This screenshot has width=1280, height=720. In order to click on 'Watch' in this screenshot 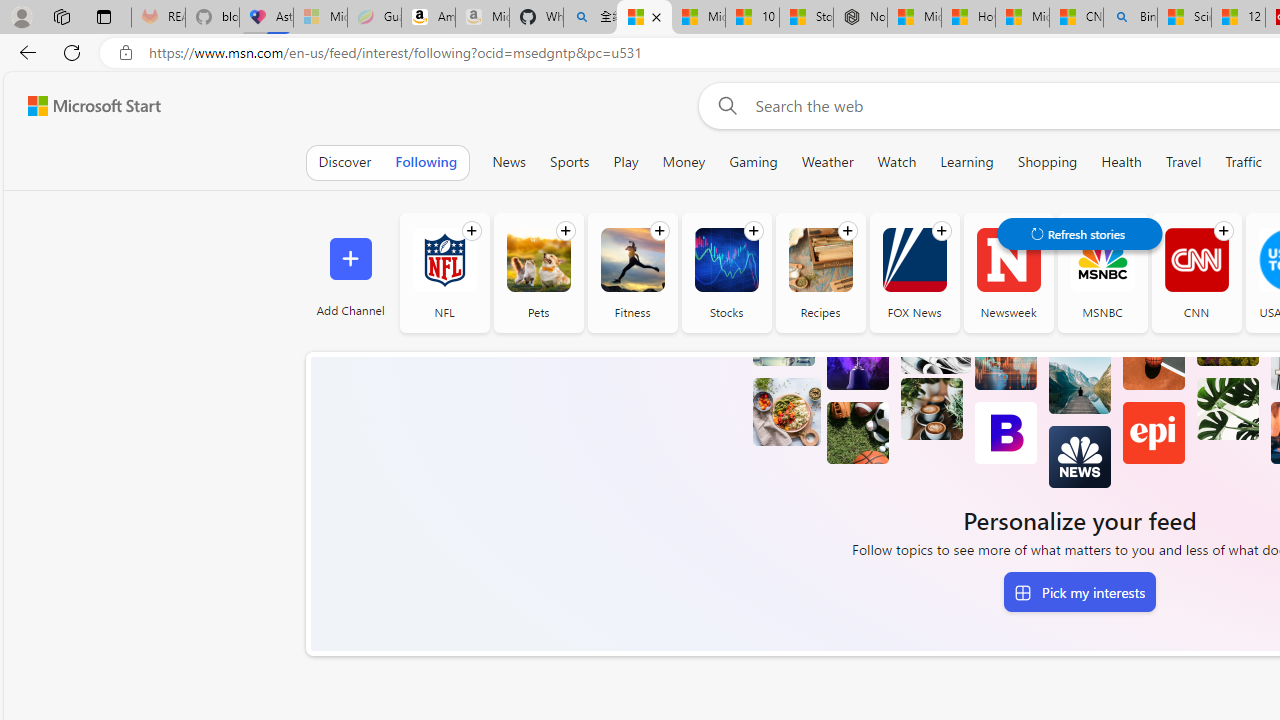, I will do `click(896, 161)`.